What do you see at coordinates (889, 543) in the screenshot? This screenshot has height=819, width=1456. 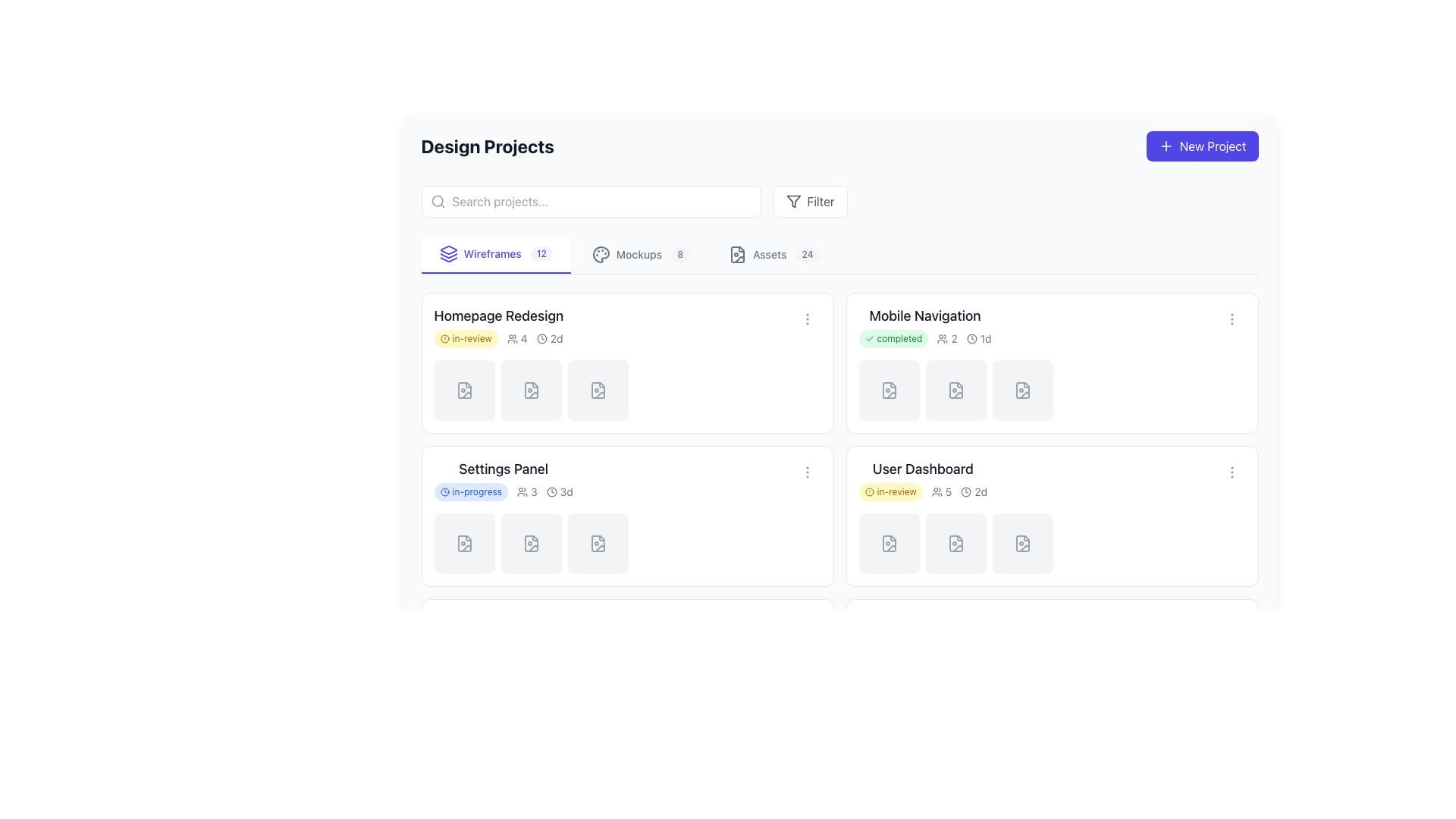 I see `the first icon or placeholder for a document or file in the 'User Dashboard' section, which is positioned in a horizontal sequence of three similar elements` at bounding box center [889, 543].